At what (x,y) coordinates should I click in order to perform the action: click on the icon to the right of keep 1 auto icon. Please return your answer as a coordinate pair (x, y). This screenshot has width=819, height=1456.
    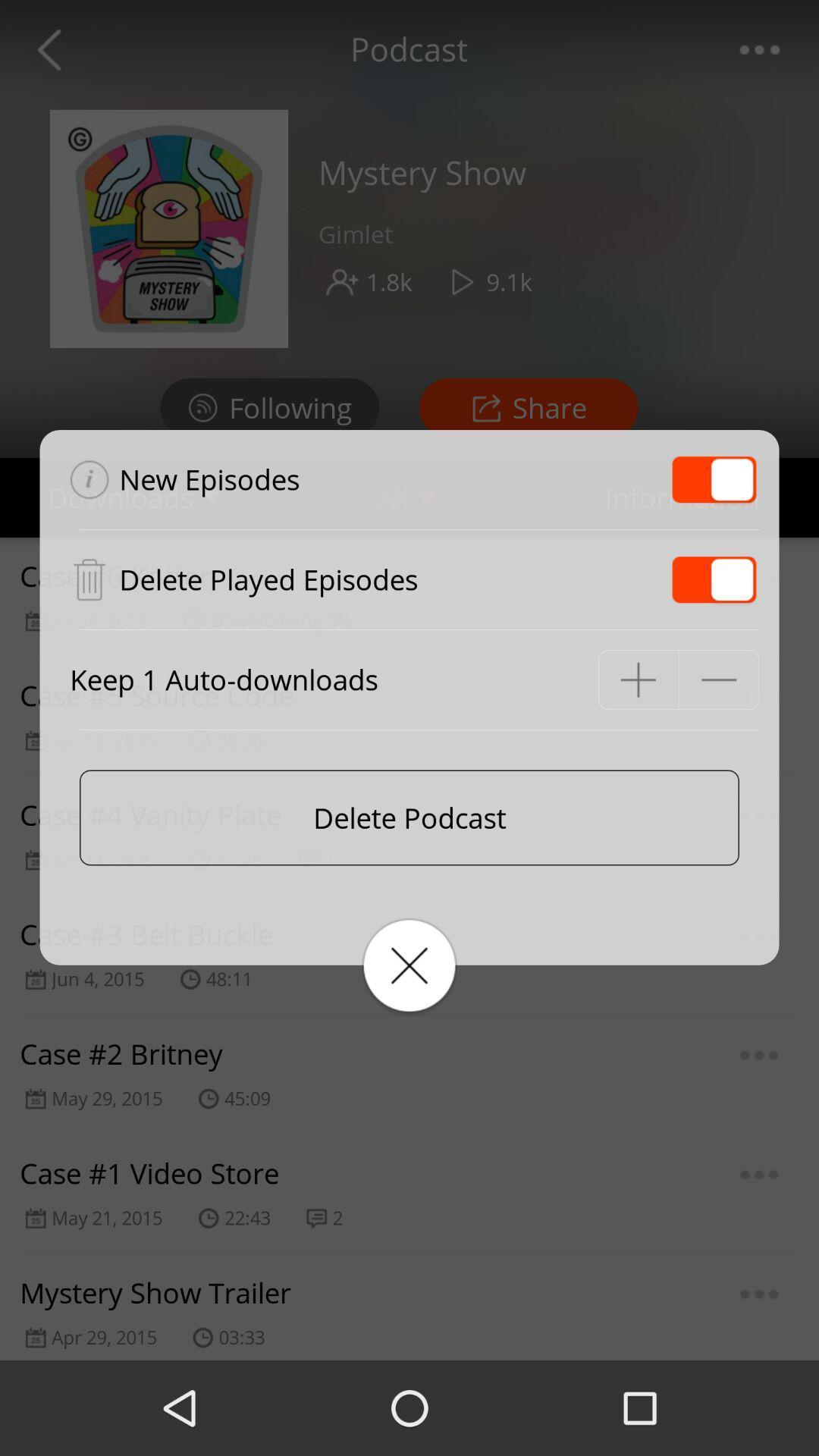
    Looking at the image, I should click on (638, 679).